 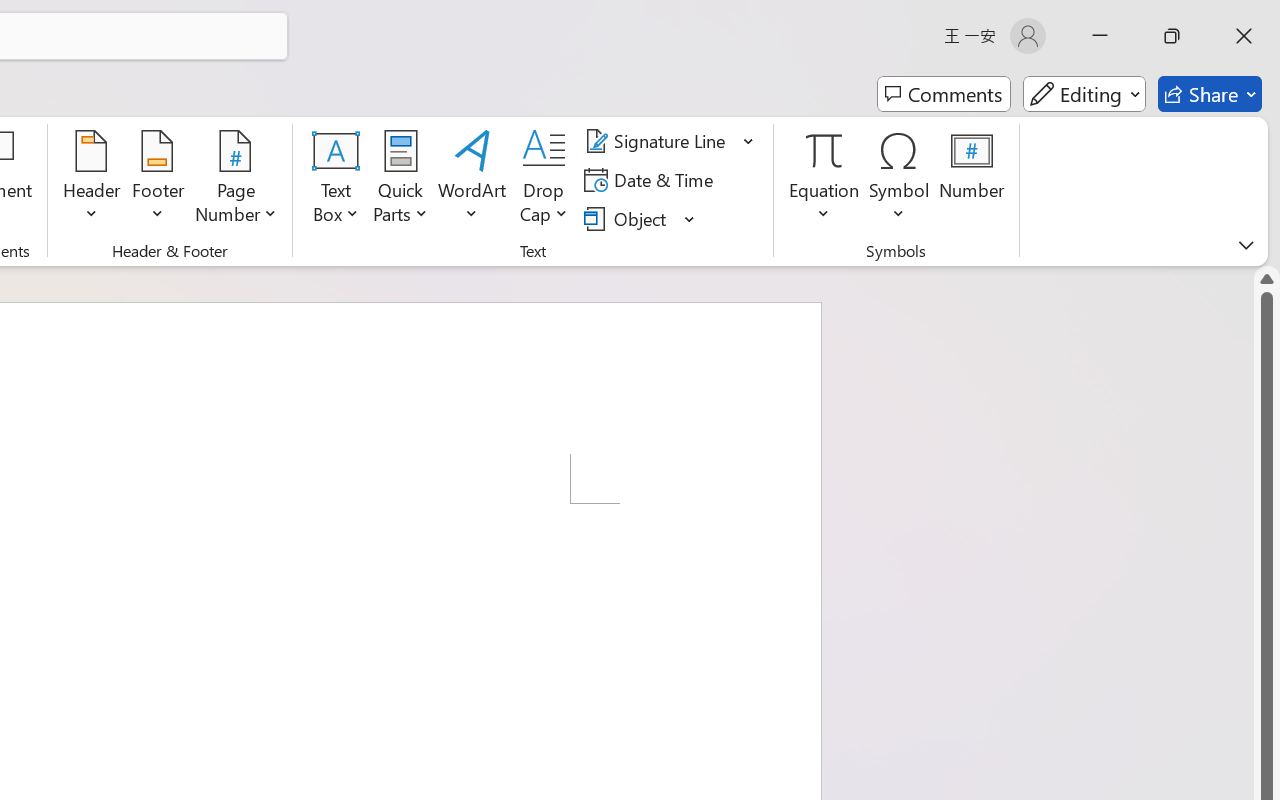 I want to click on 'Mode', so click(x=1083, y=94).